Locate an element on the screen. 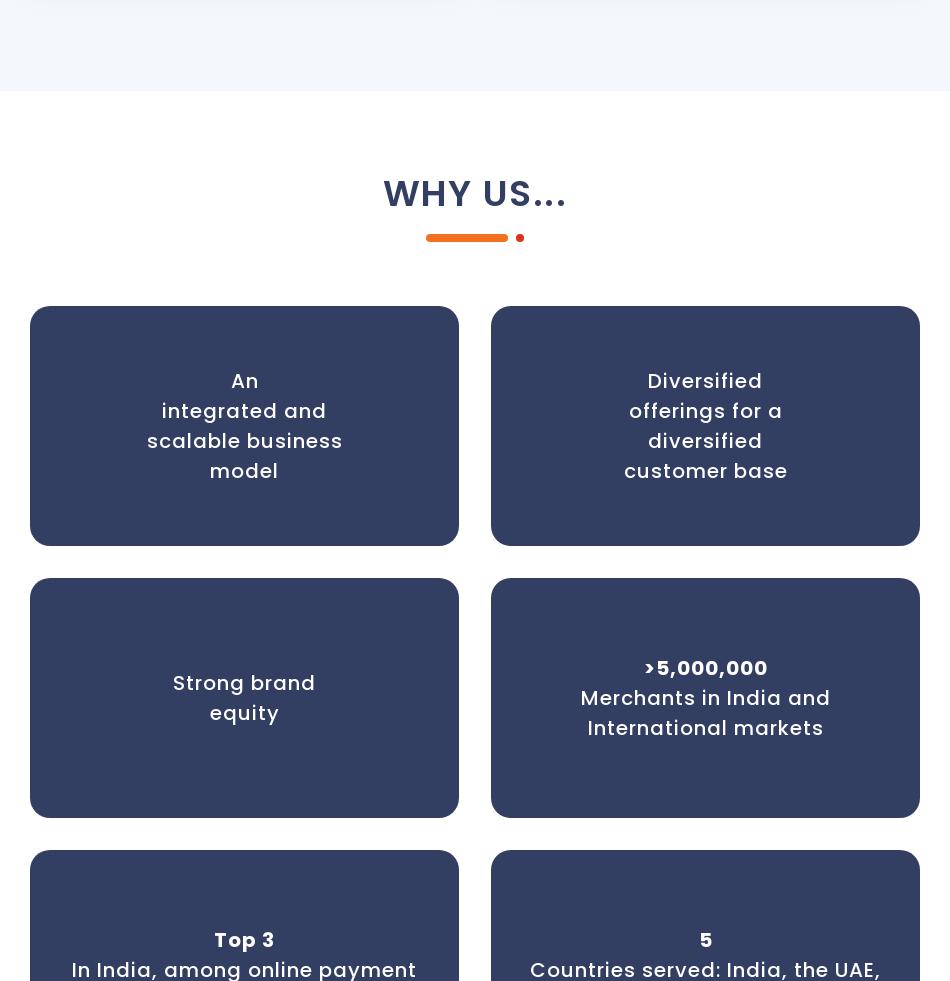 The image size is (950, 981). 'scalable business' is located at coordinates (242, 439).